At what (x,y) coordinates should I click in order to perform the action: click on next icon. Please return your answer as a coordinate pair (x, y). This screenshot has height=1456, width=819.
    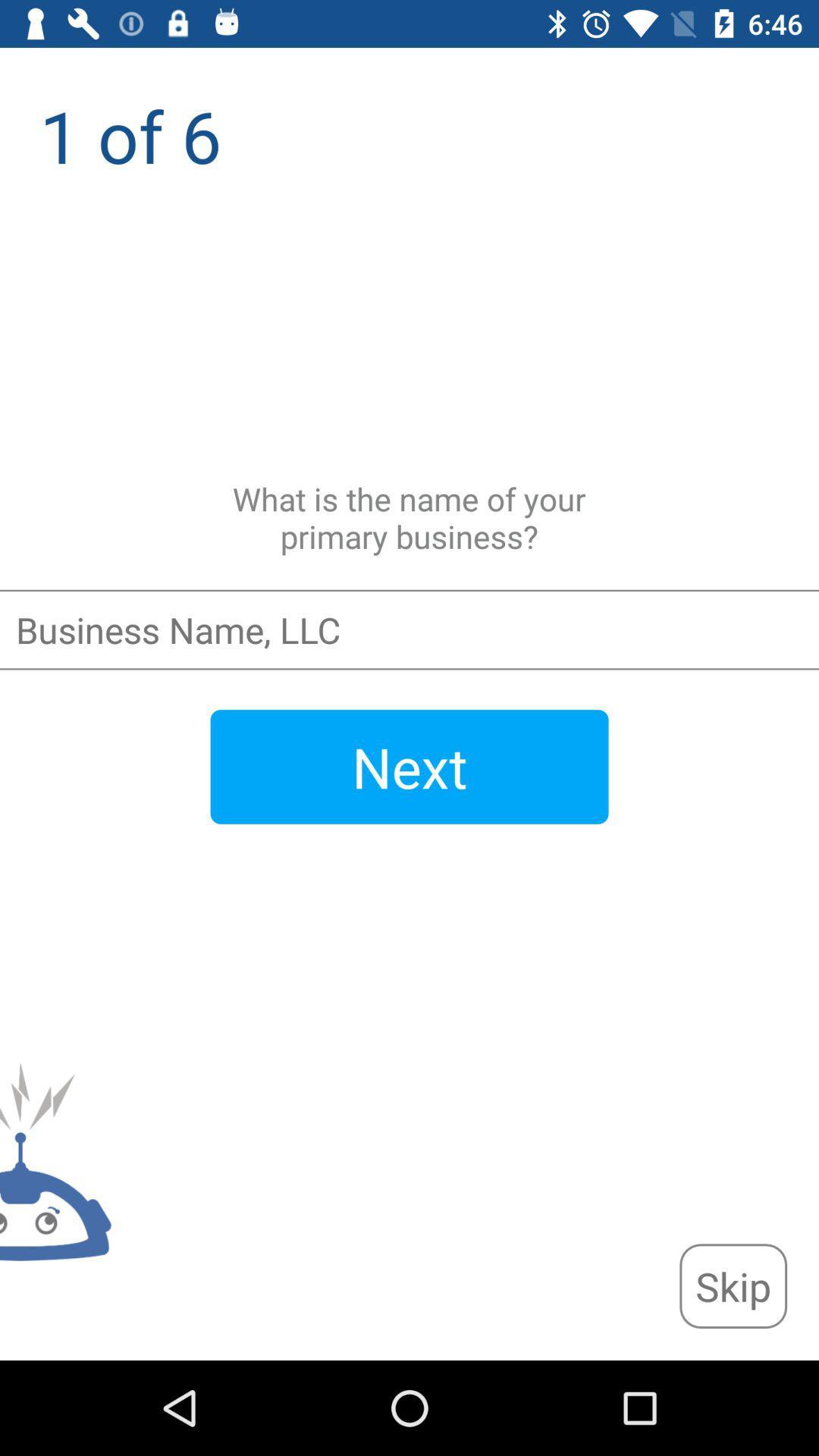
    Looking at the image, I should click on (409, 767).